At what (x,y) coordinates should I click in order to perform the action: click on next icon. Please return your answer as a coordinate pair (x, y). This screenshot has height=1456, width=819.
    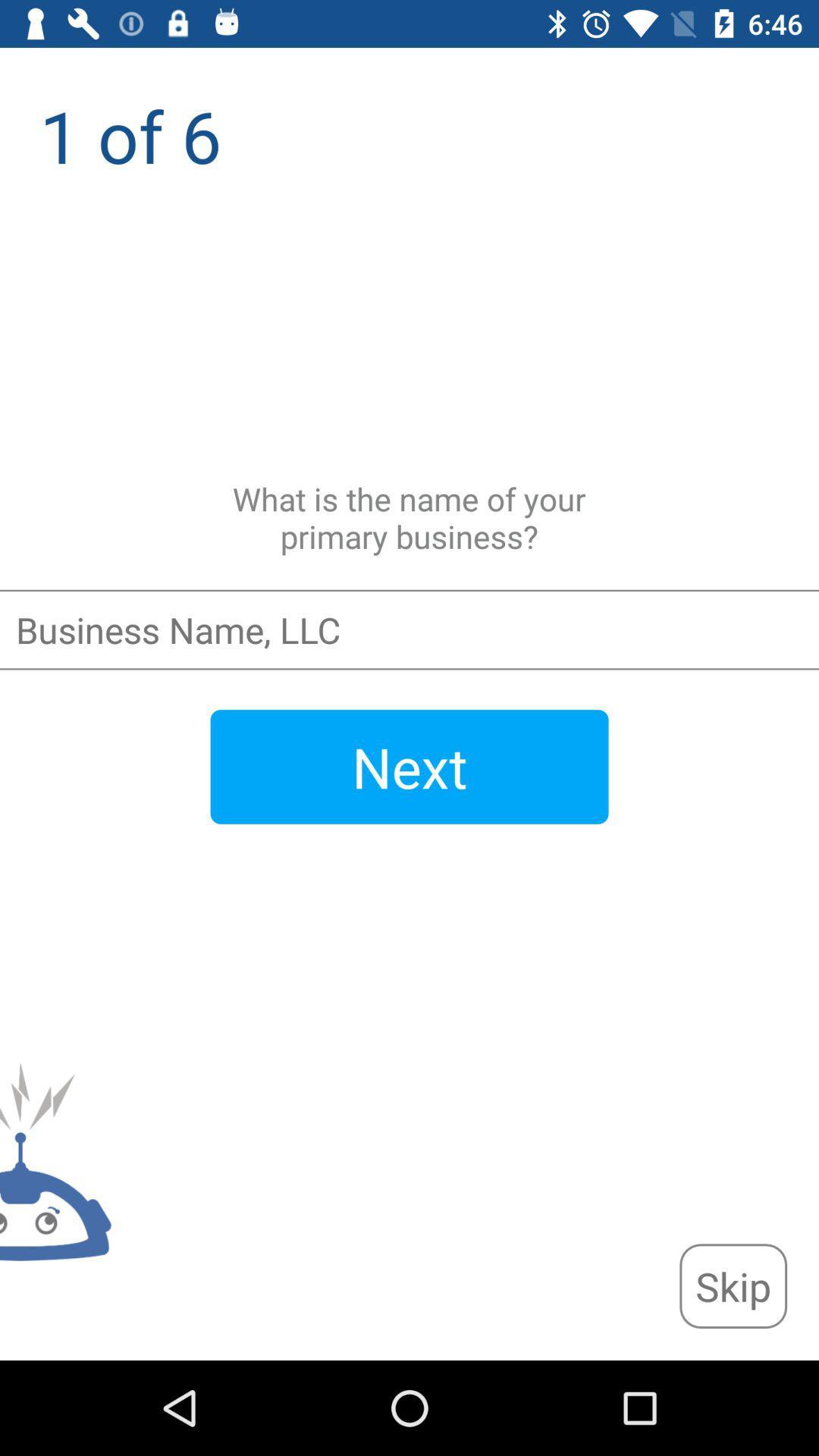
    Looking at the image, I should click on (409, 767).